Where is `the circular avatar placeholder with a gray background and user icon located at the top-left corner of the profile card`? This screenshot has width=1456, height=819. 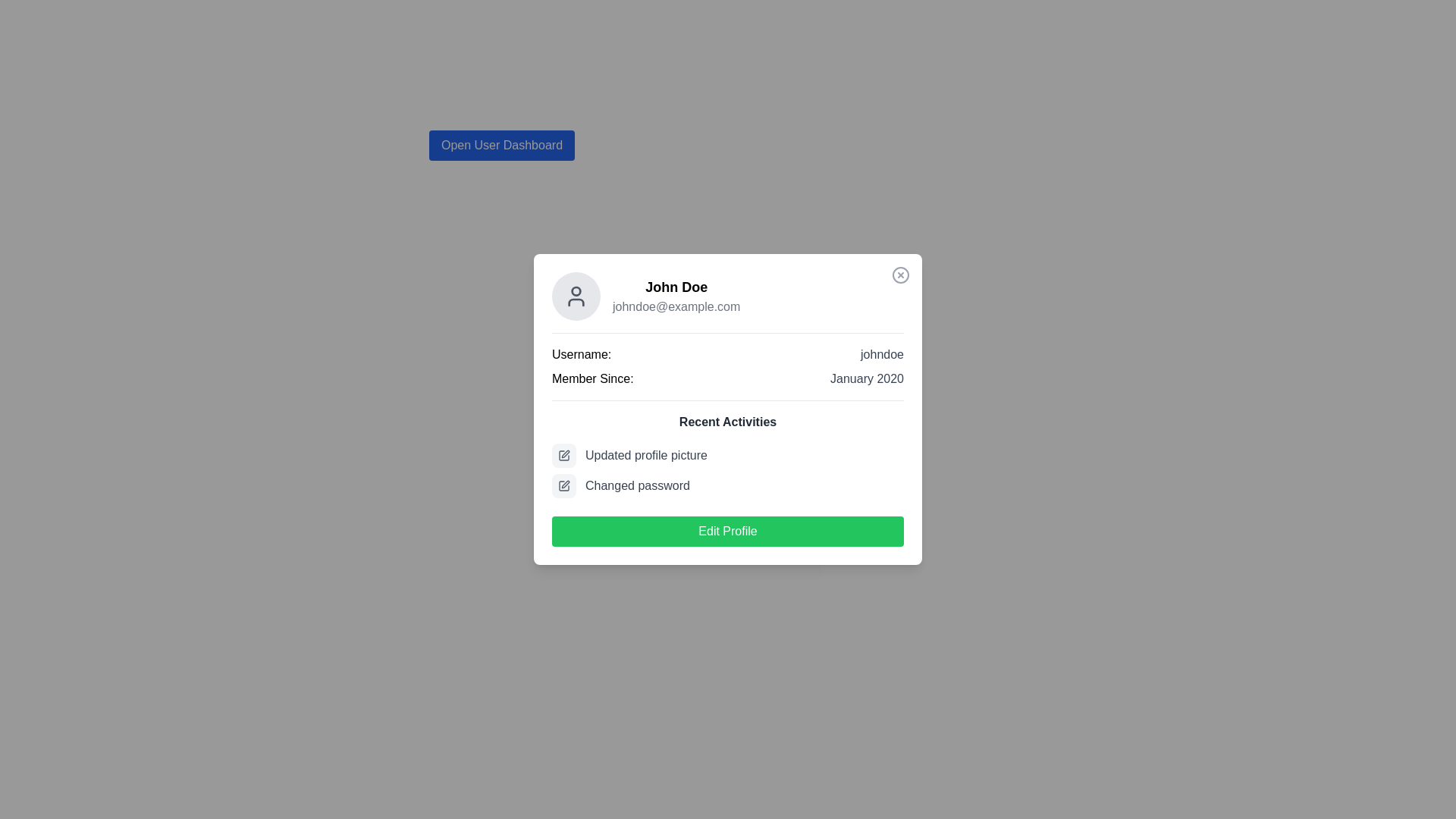
the circular avatar placeholder with a gray background and user icon located at the top-left corner of the profile card is located at coordinates (575, 296).